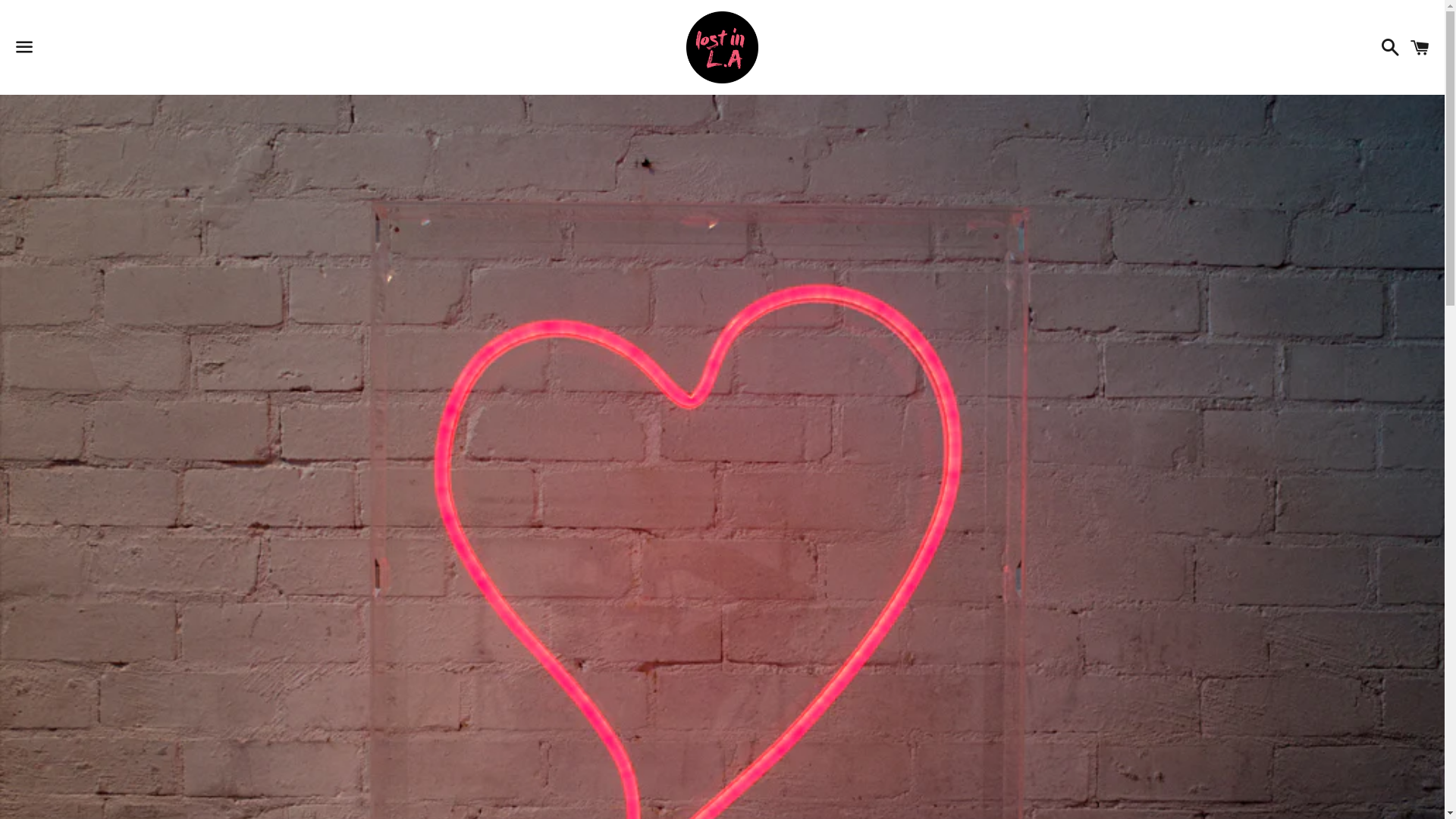 The image size is (1456, 819). Describe the element at coordinates (1386, 45) in the screenshot. I see `'Search'` at that location.